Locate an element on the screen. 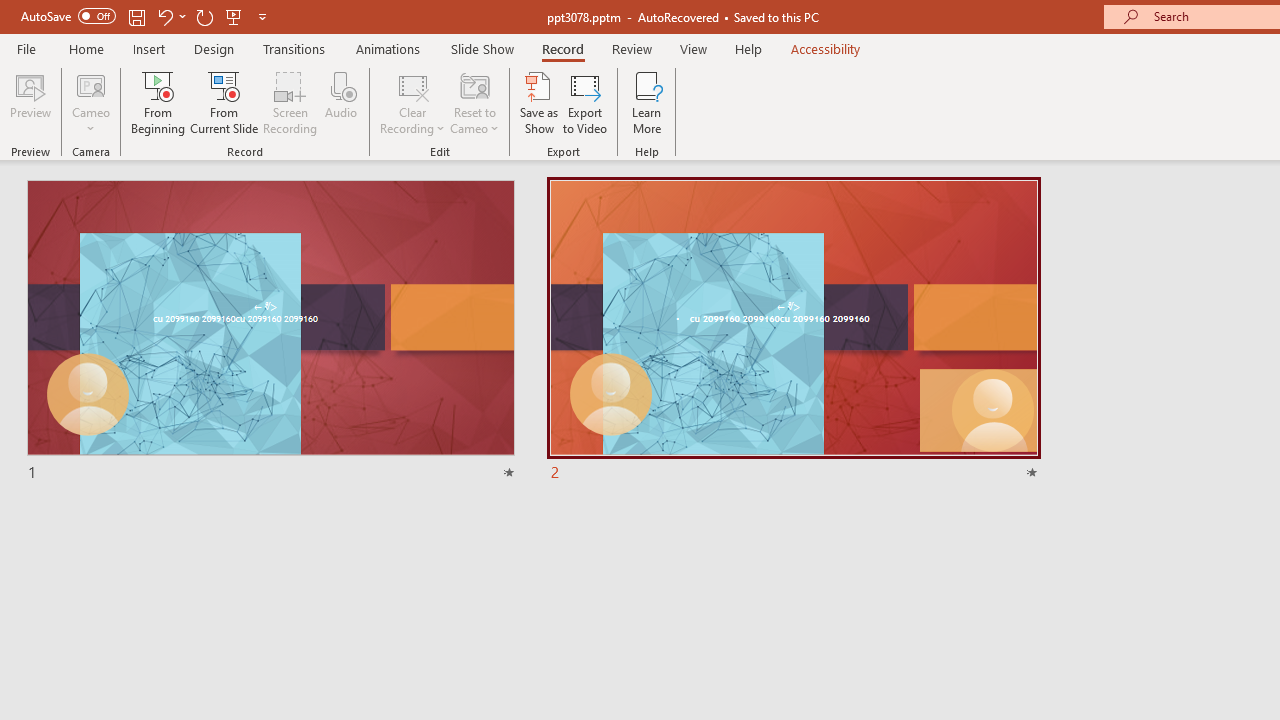 This screenshot has height=720, width=1280. 'Clear Recording' is located at coordinates (411, 103).